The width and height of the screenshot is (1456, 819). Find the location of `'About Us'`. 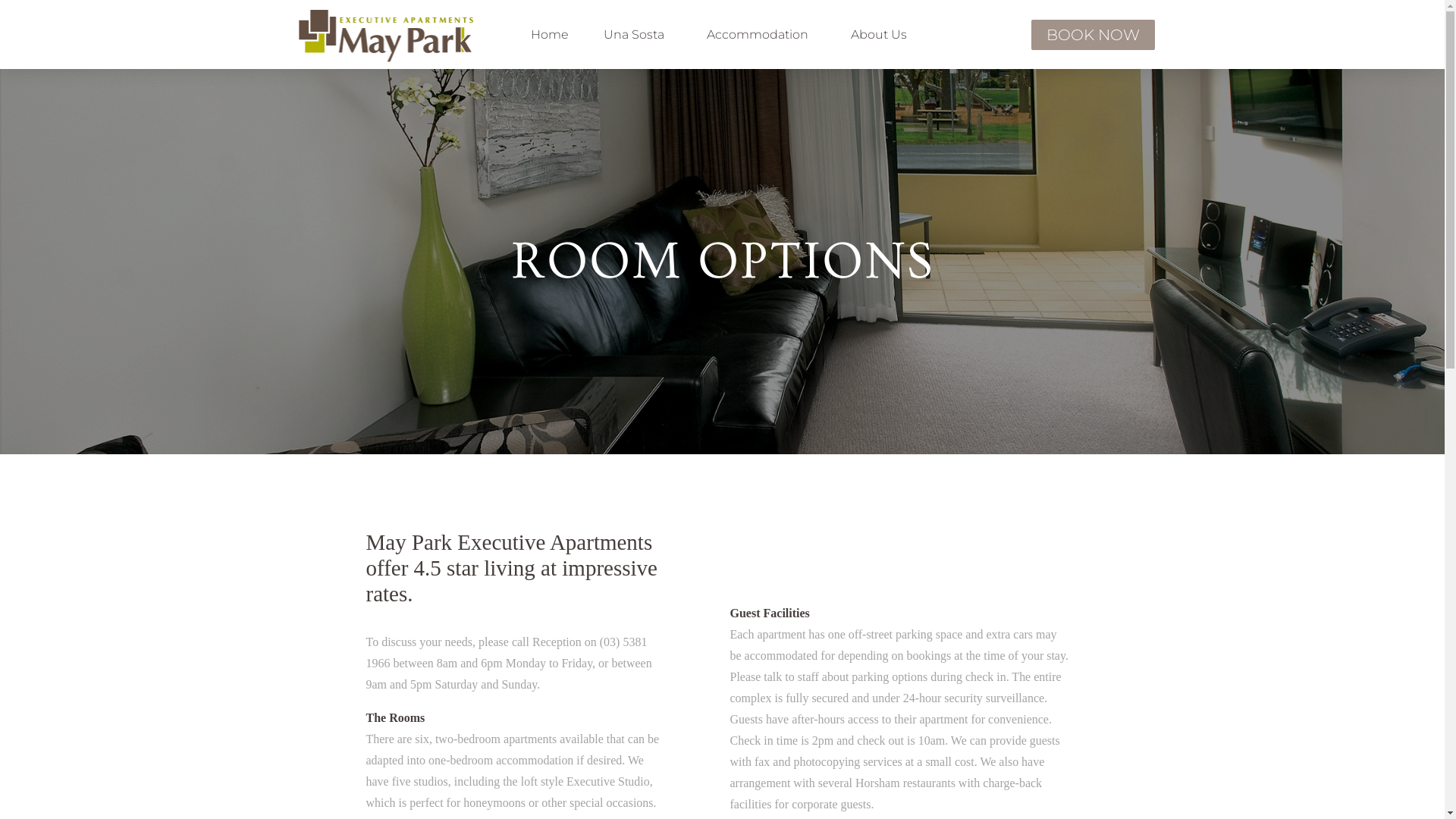

'About Us' is located at coordinates (835, 34).